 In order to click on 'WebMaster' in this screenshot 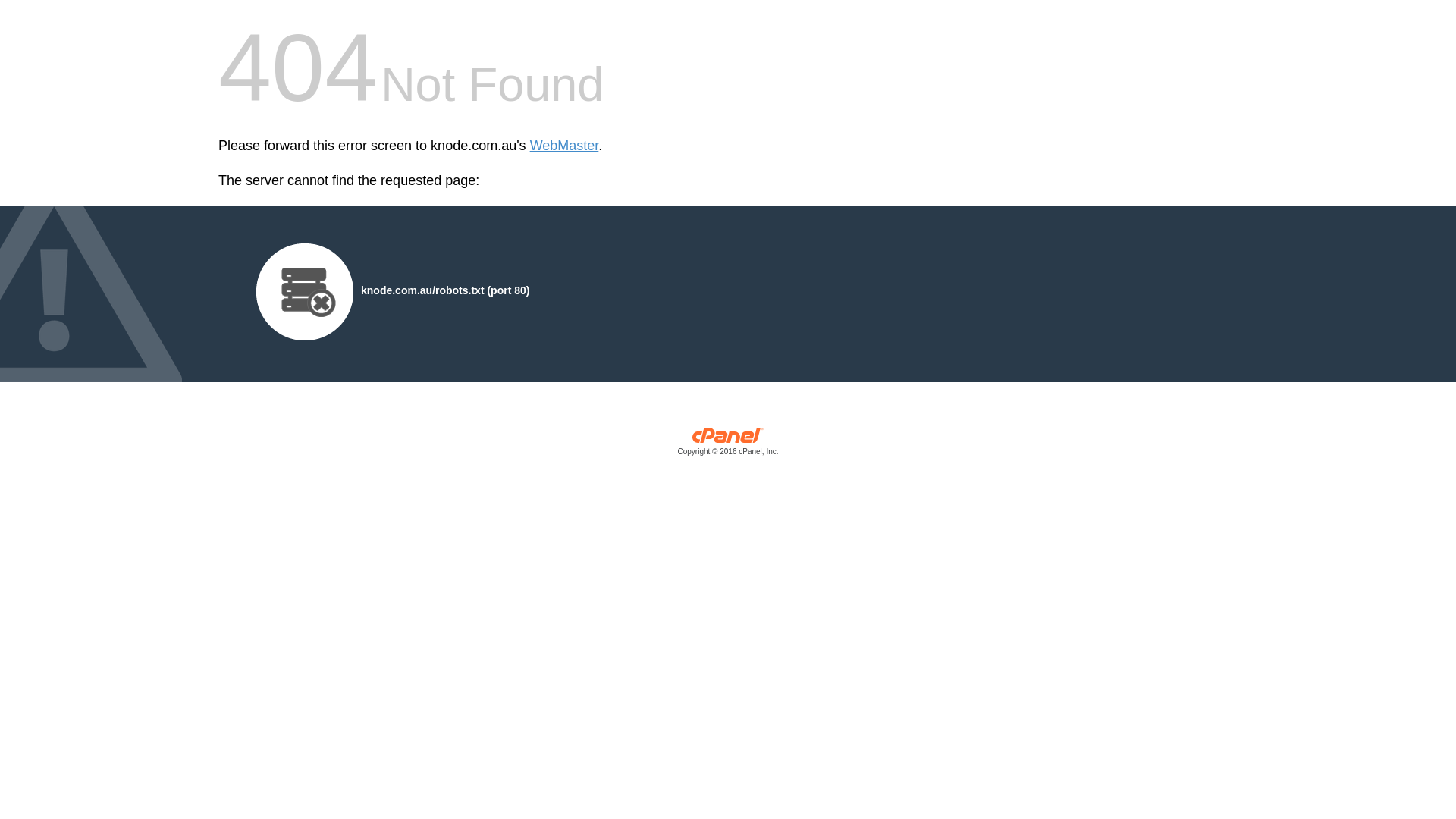, I will do `click(563, 146)`.